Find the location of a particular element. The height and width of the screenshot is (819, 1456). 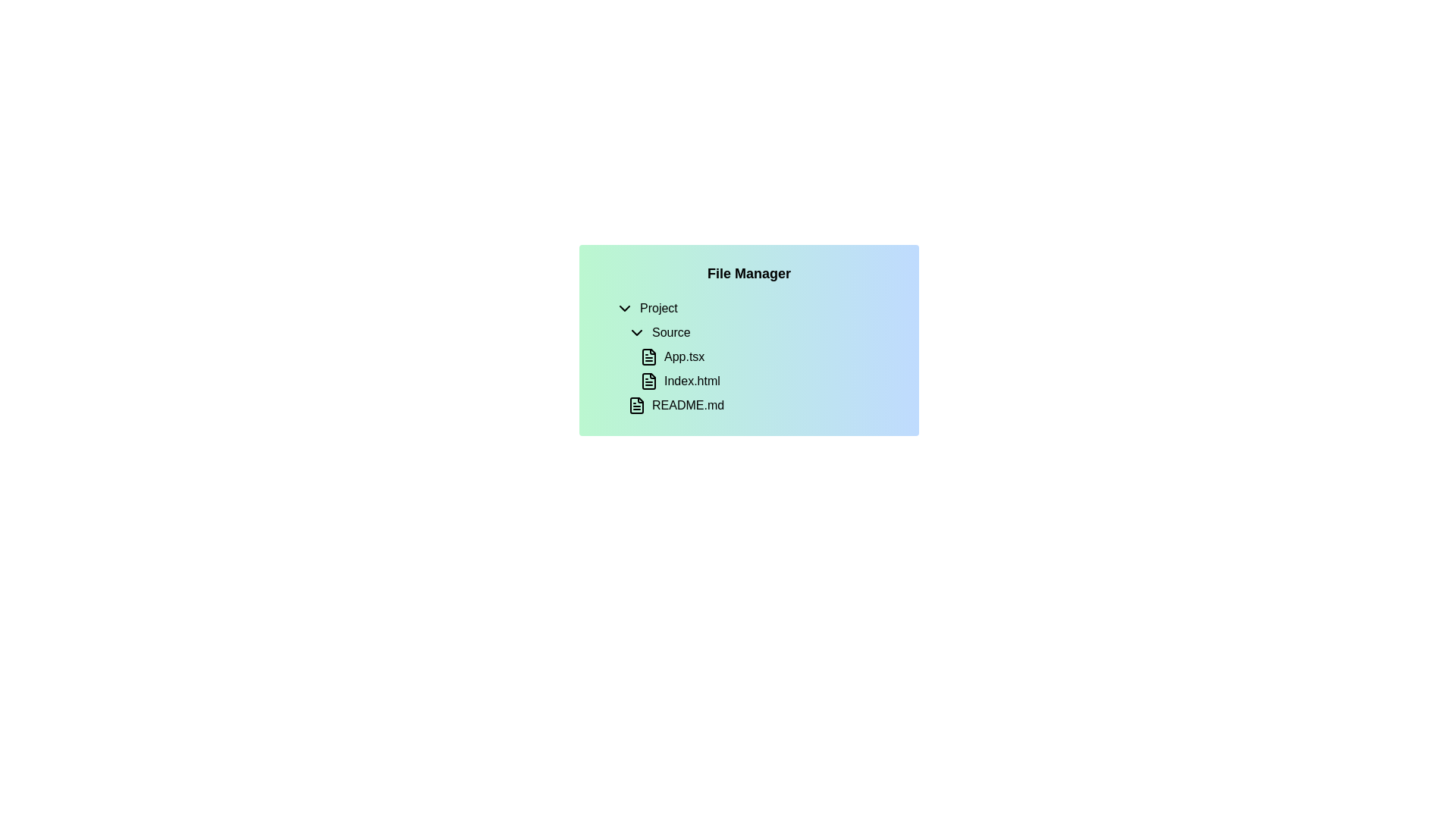

the 'README.md' file item is located at coordinates (755, 405).